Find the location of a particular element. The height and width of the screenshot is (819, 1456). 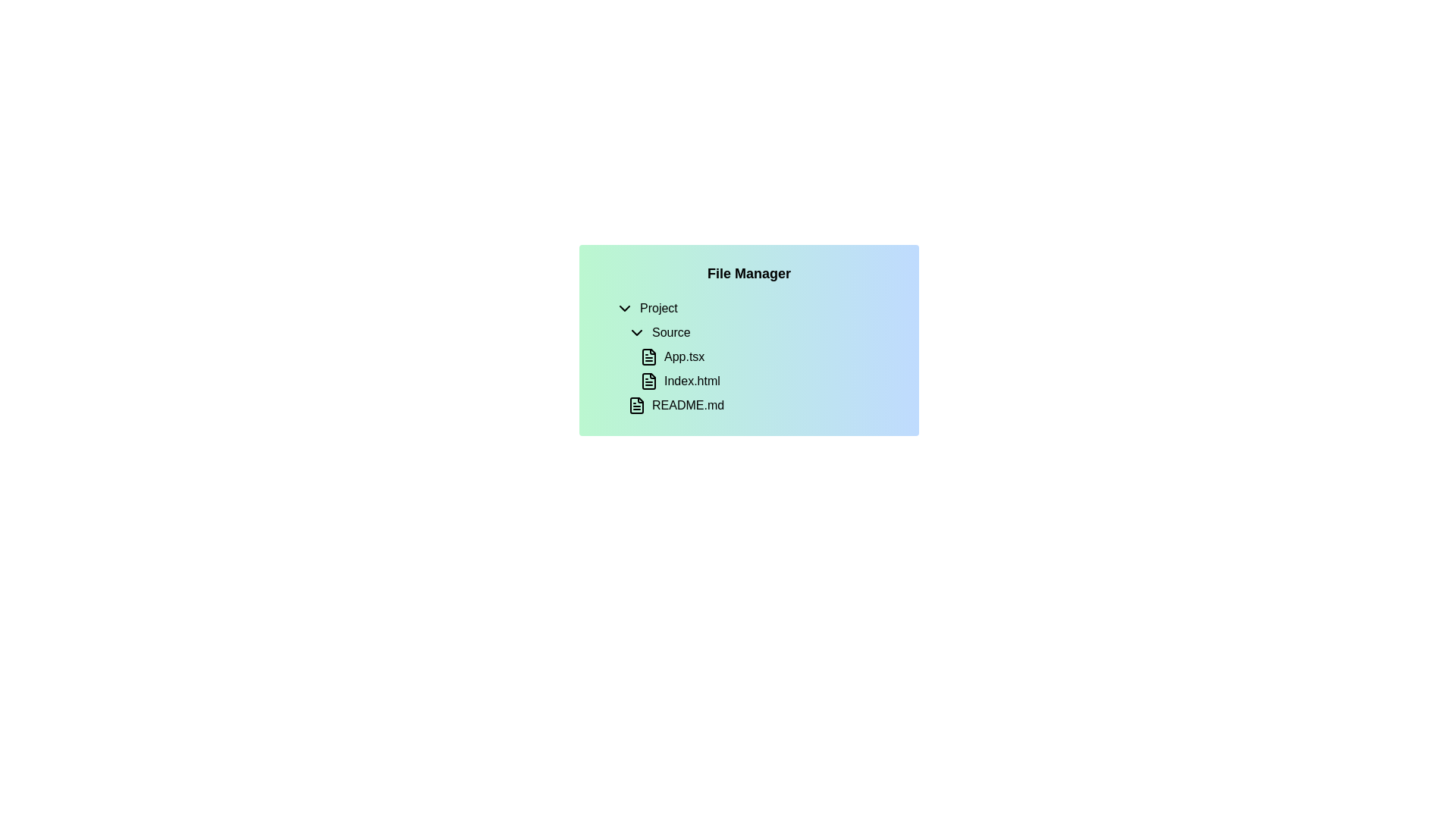

the 'README.md' file item is located at coordinates (755, 405).